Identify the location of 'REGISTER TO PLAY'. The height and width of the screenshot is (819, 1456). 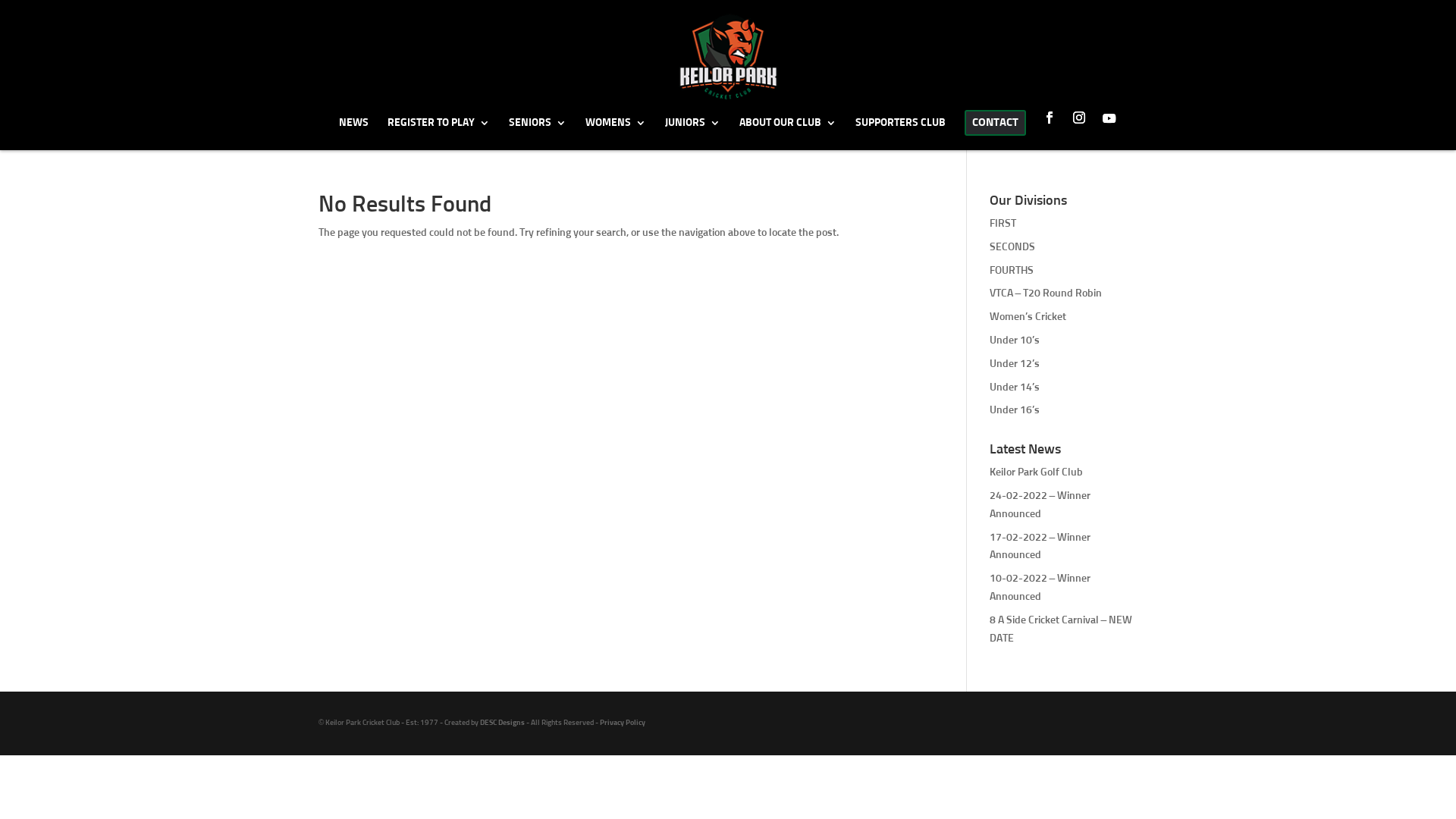
(386, 132).